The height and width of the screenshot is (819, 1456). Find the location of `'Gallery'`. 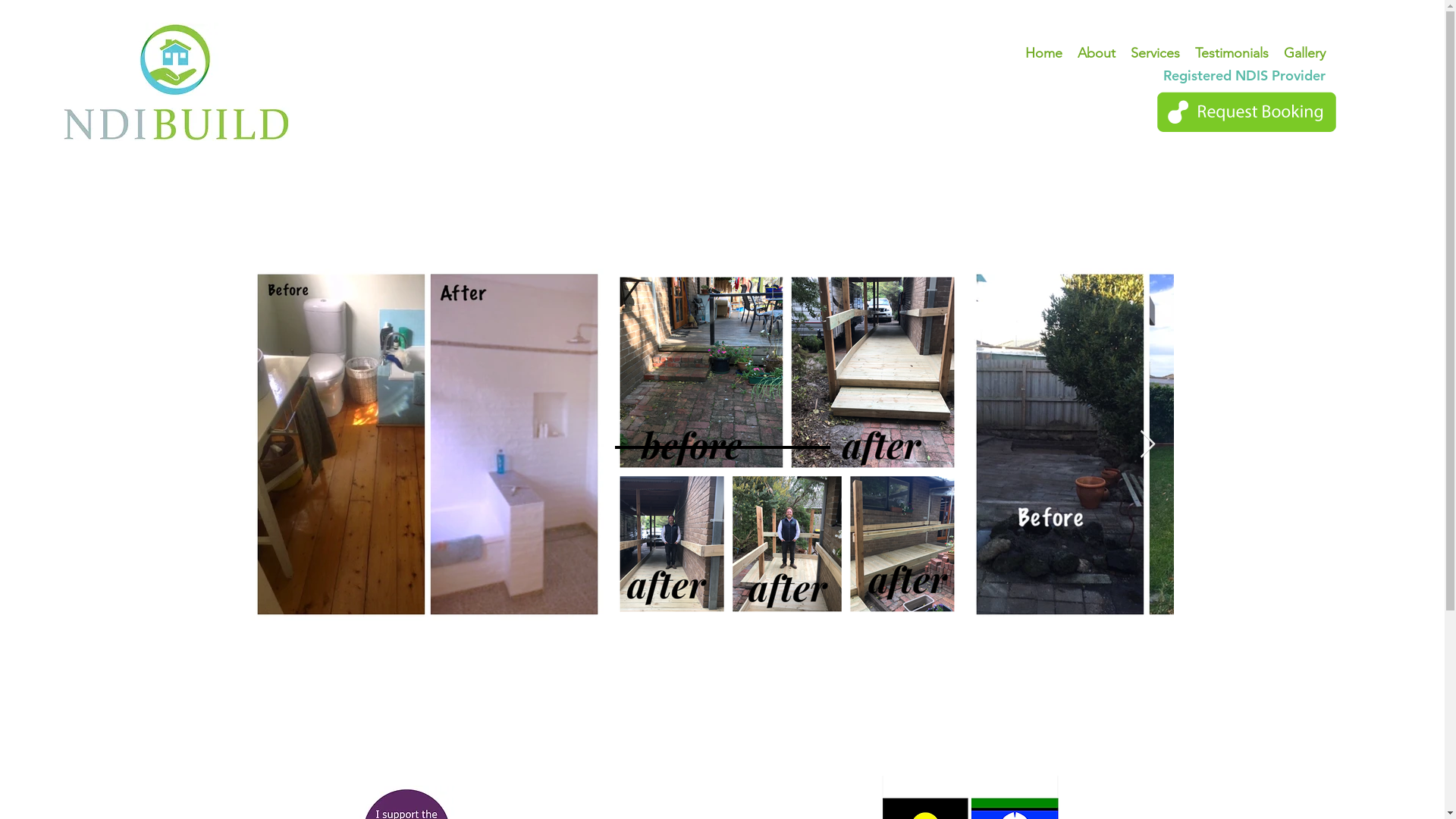

'Gallery' is located at coordinates (1304, 52).